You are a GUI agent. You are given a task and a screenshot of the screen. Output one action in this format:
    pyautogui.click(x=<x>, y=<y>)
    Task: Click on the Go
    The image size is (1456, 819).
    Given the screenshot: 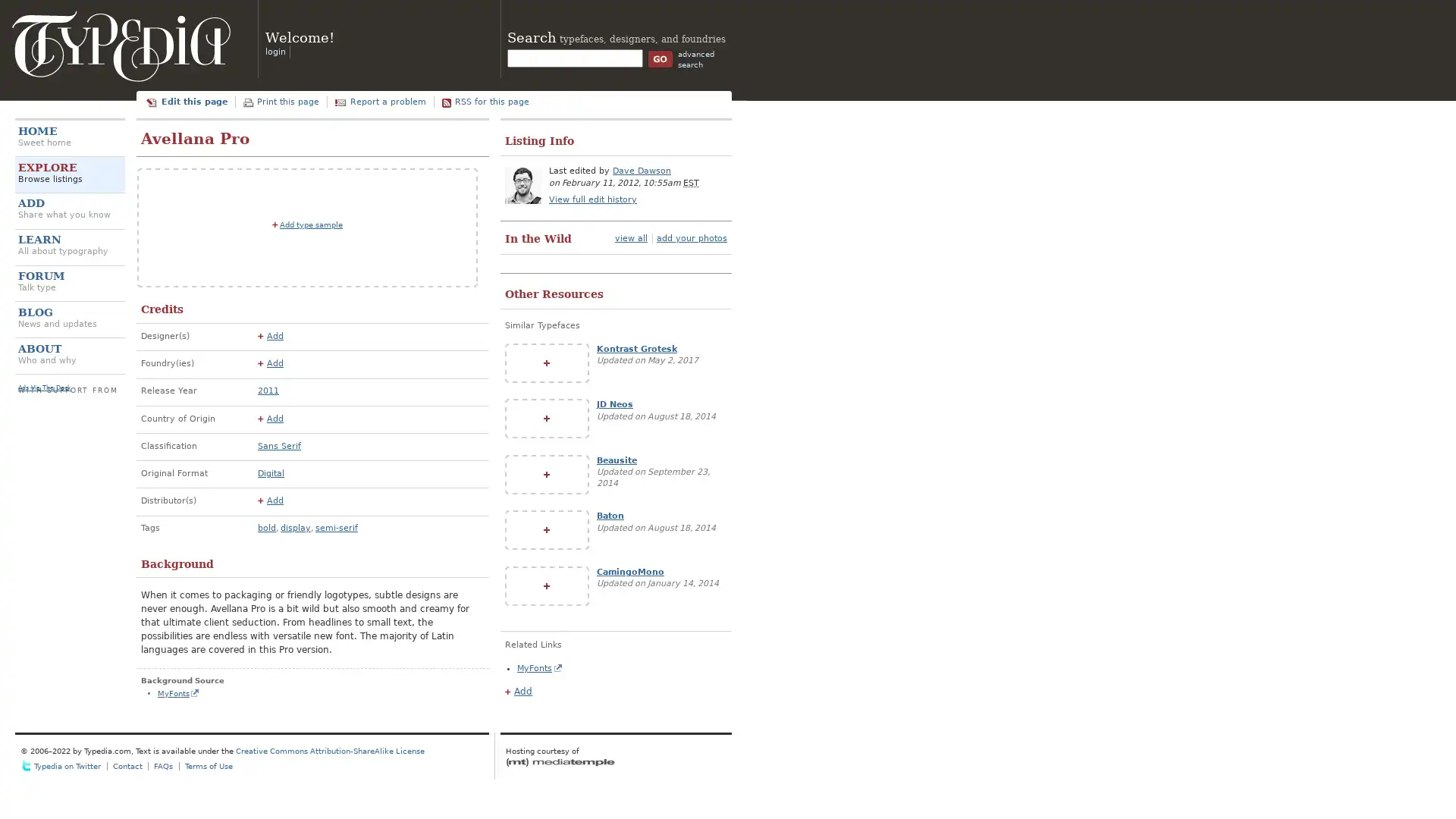 What is the action you would take?
    pyautogui.click(x=660, y=58)
    